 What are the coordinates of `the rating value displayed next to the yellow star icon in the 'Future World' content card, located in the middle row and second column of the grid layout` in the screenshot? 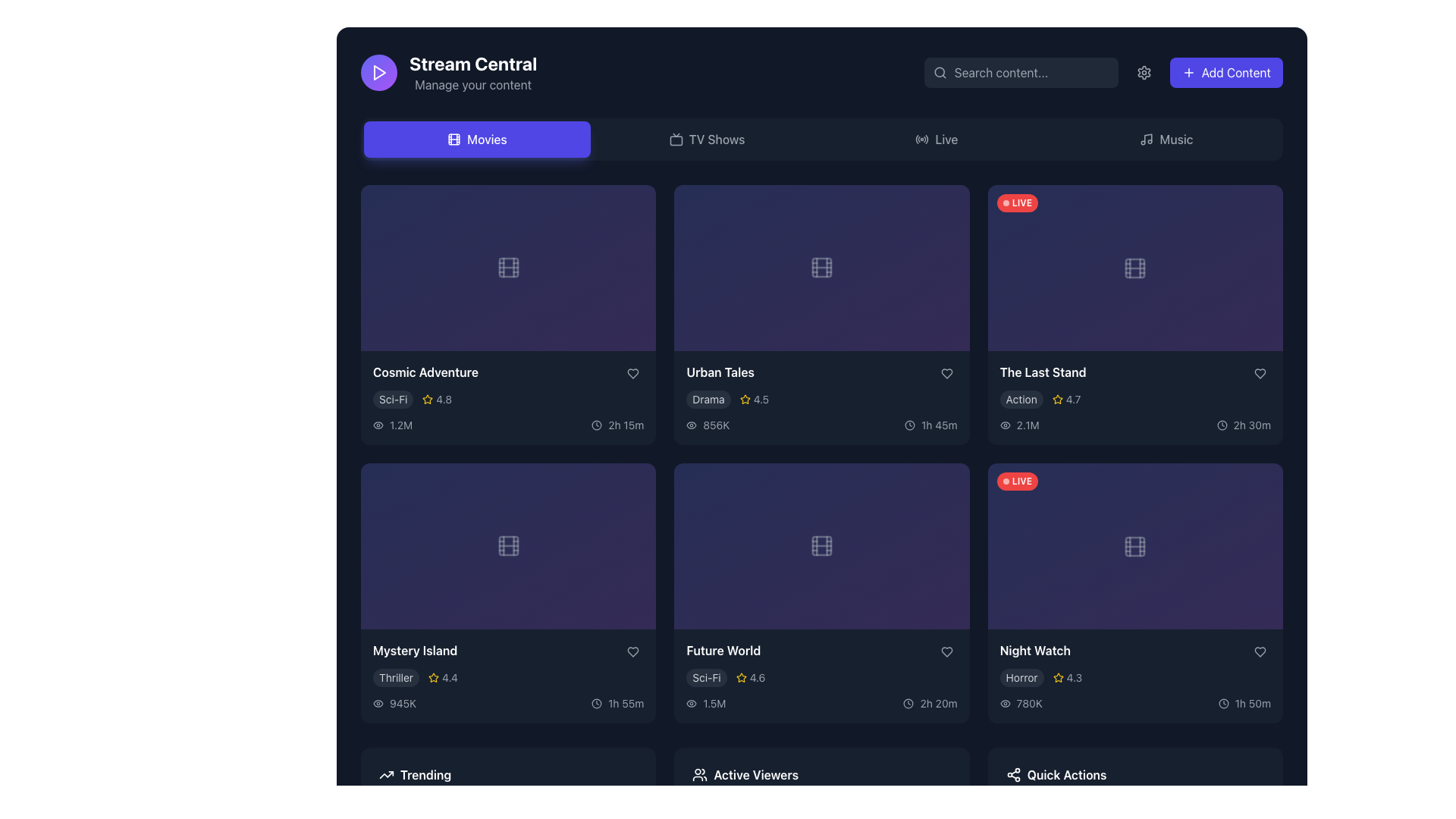 It's located at (757, 677).